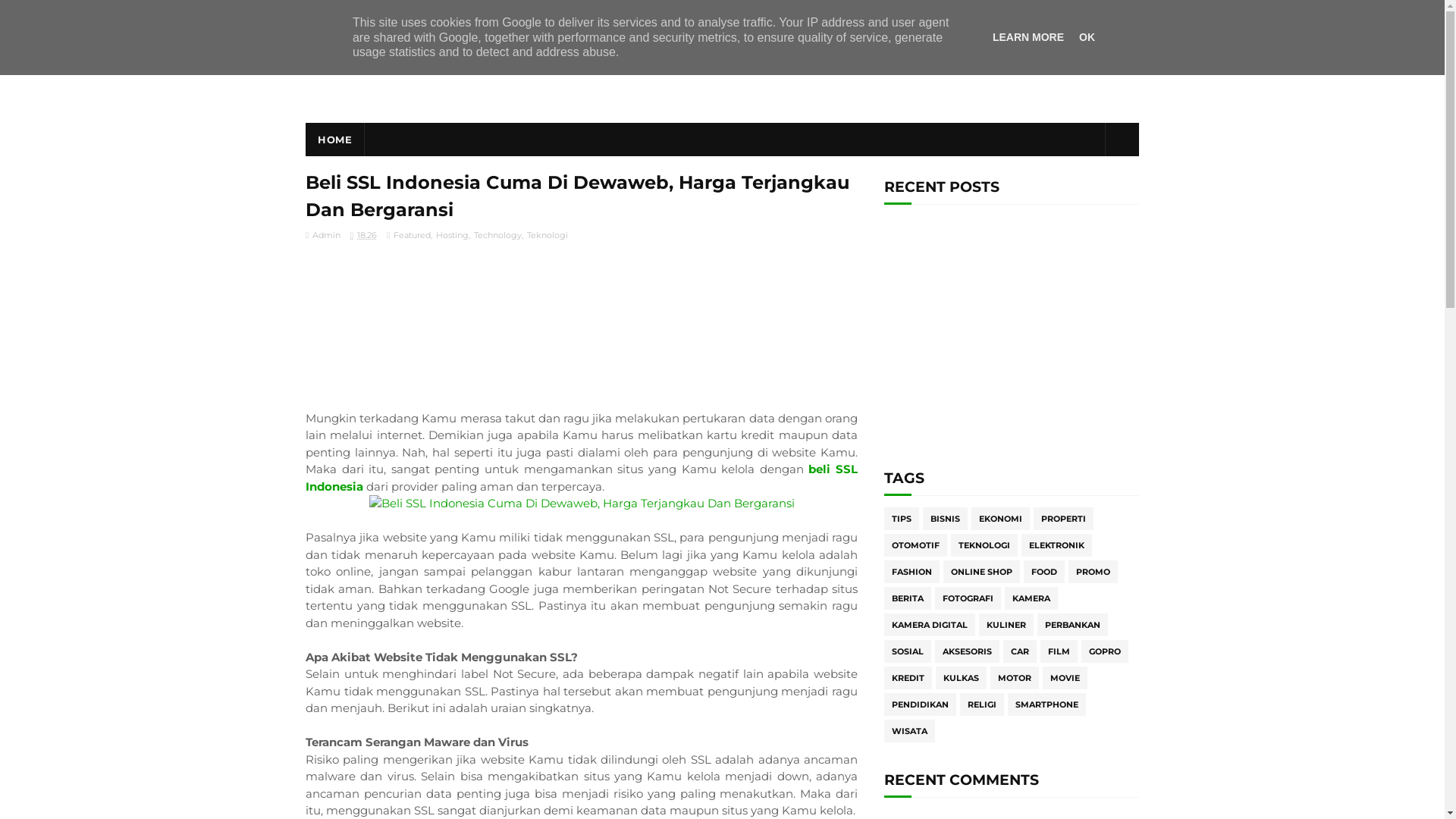 The height and width of the screenshot is (819, 1456). I want to click on 'CAR', so click(1019, 651).